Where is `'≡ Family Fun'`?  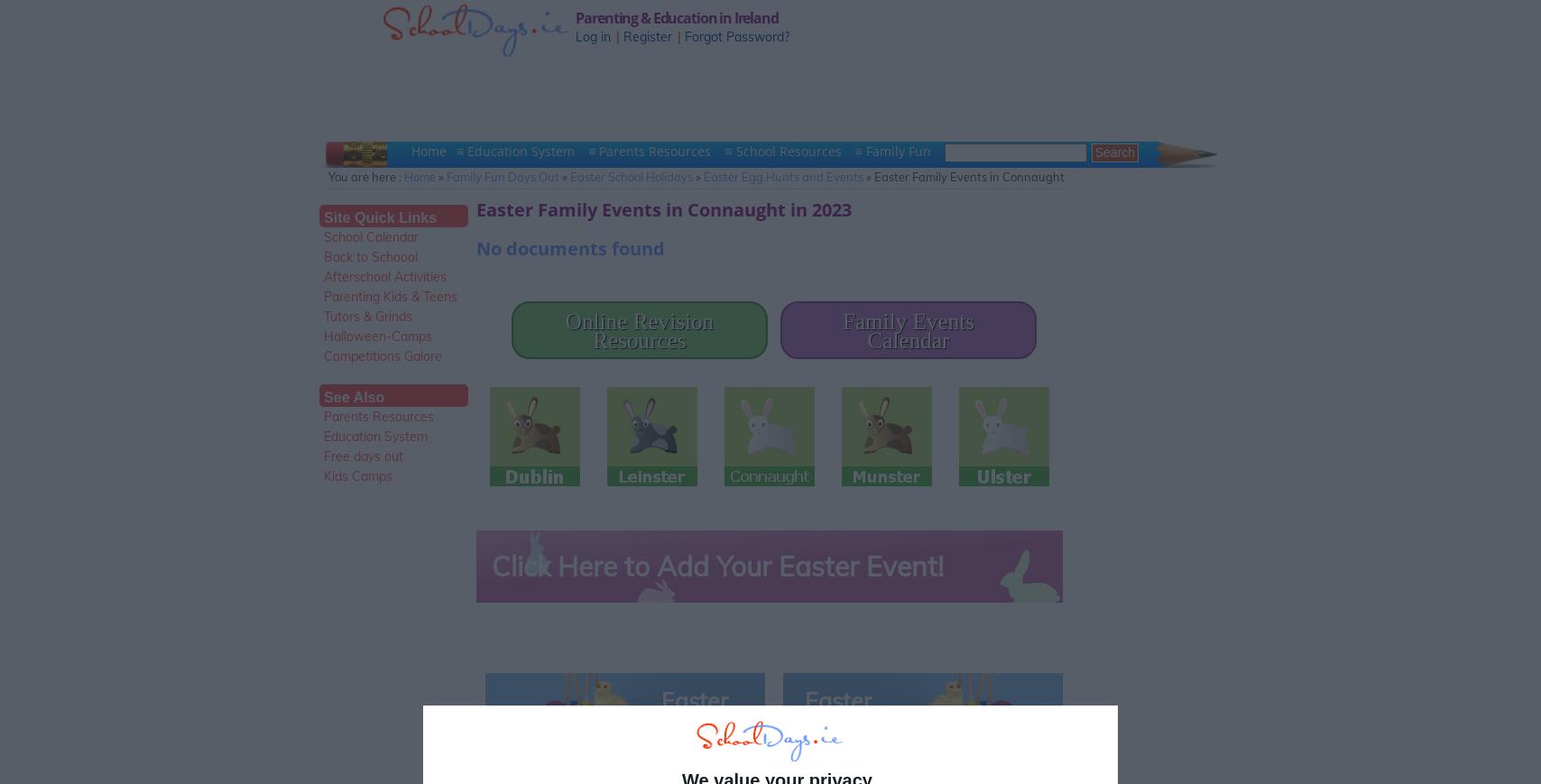 '≡ Family Fun' is located at coordinates (853, 150).